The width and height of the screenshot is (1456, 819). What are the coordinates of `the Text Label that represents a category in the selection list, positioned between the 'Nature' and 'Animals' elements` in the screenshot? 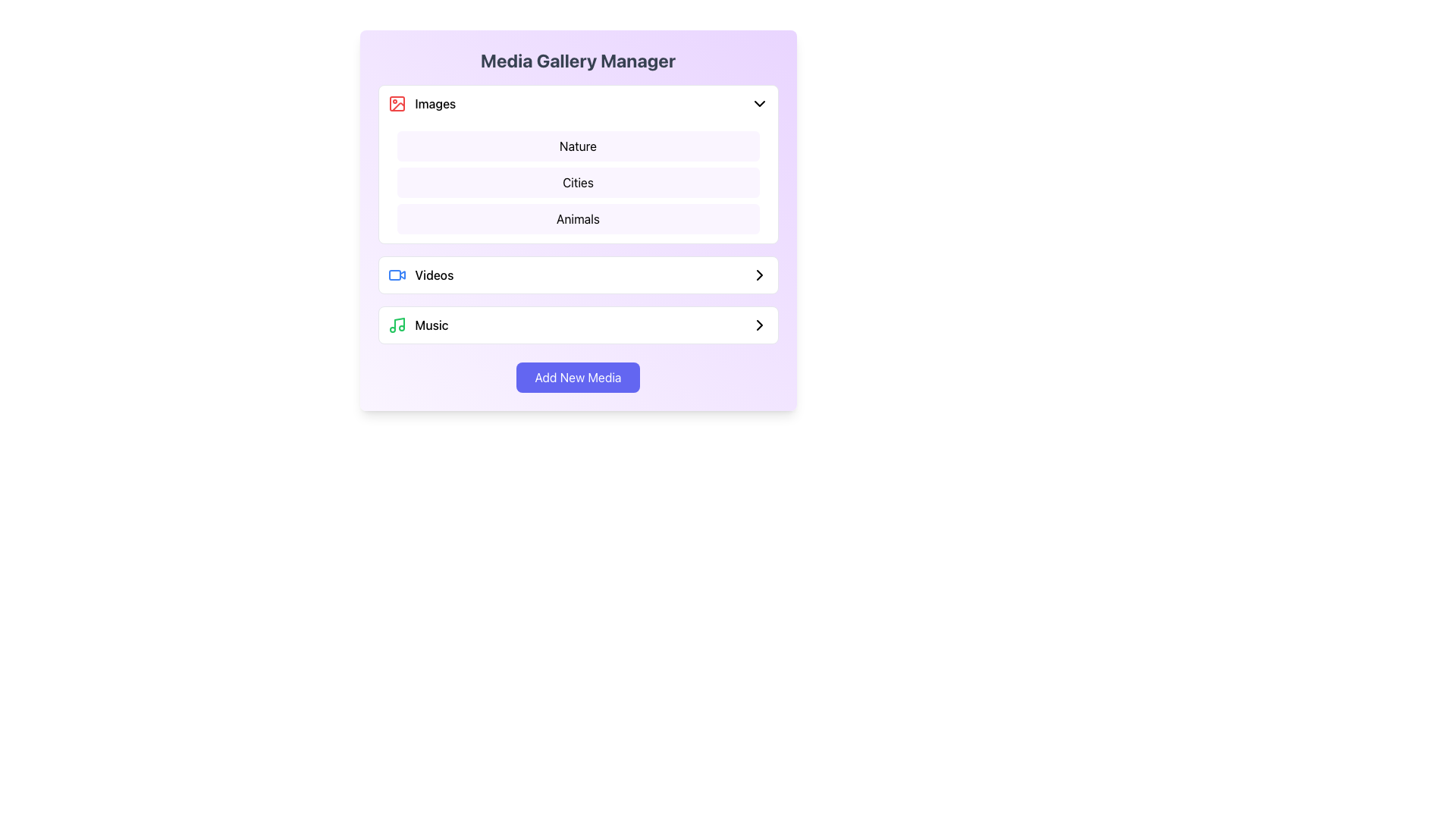 It's located at (577, 181).